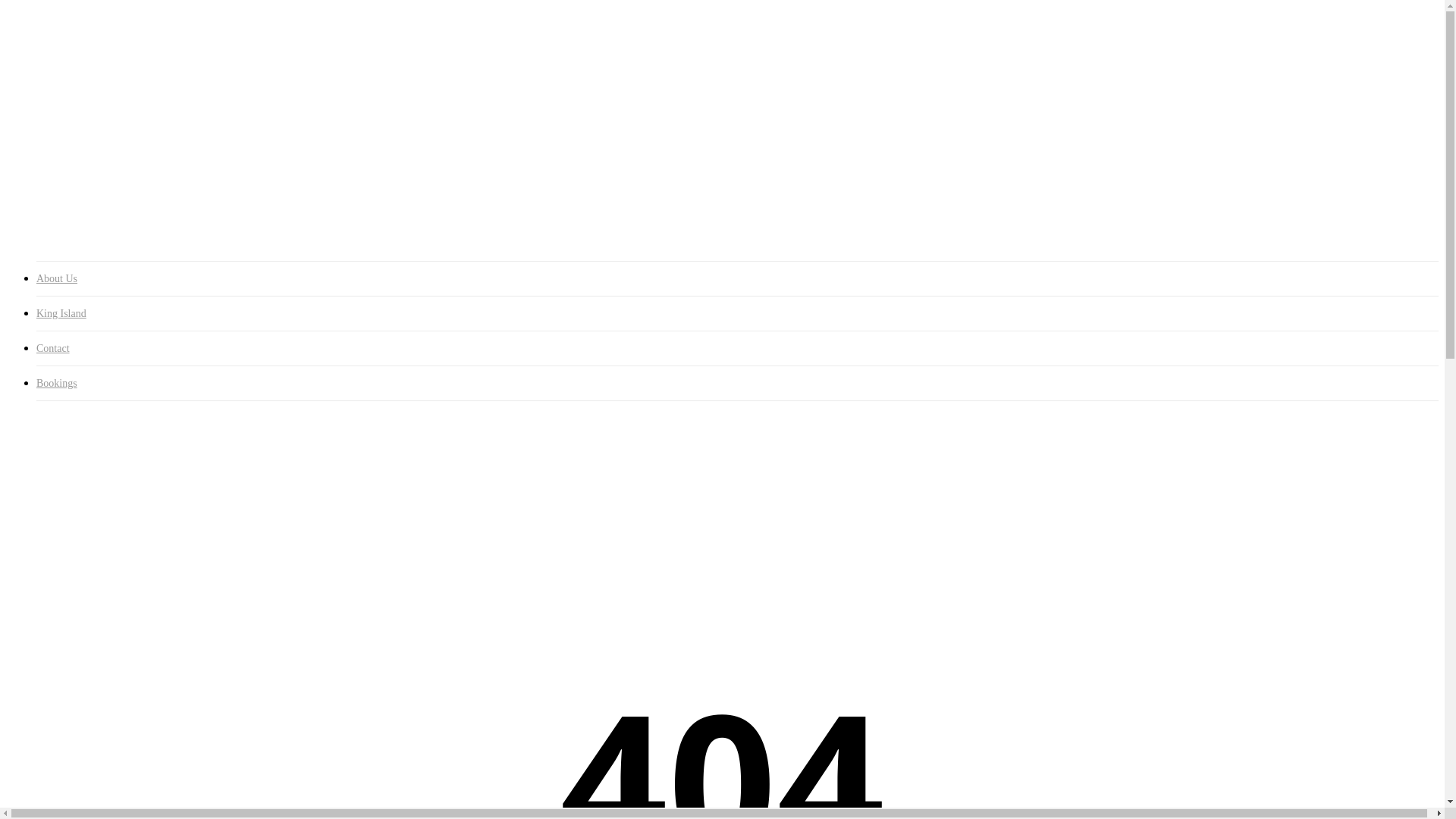 Image resolution: width=1456 pixels, height=819 pixels. I want to click on 'Amenities & Inclusions', so click(124, 106).